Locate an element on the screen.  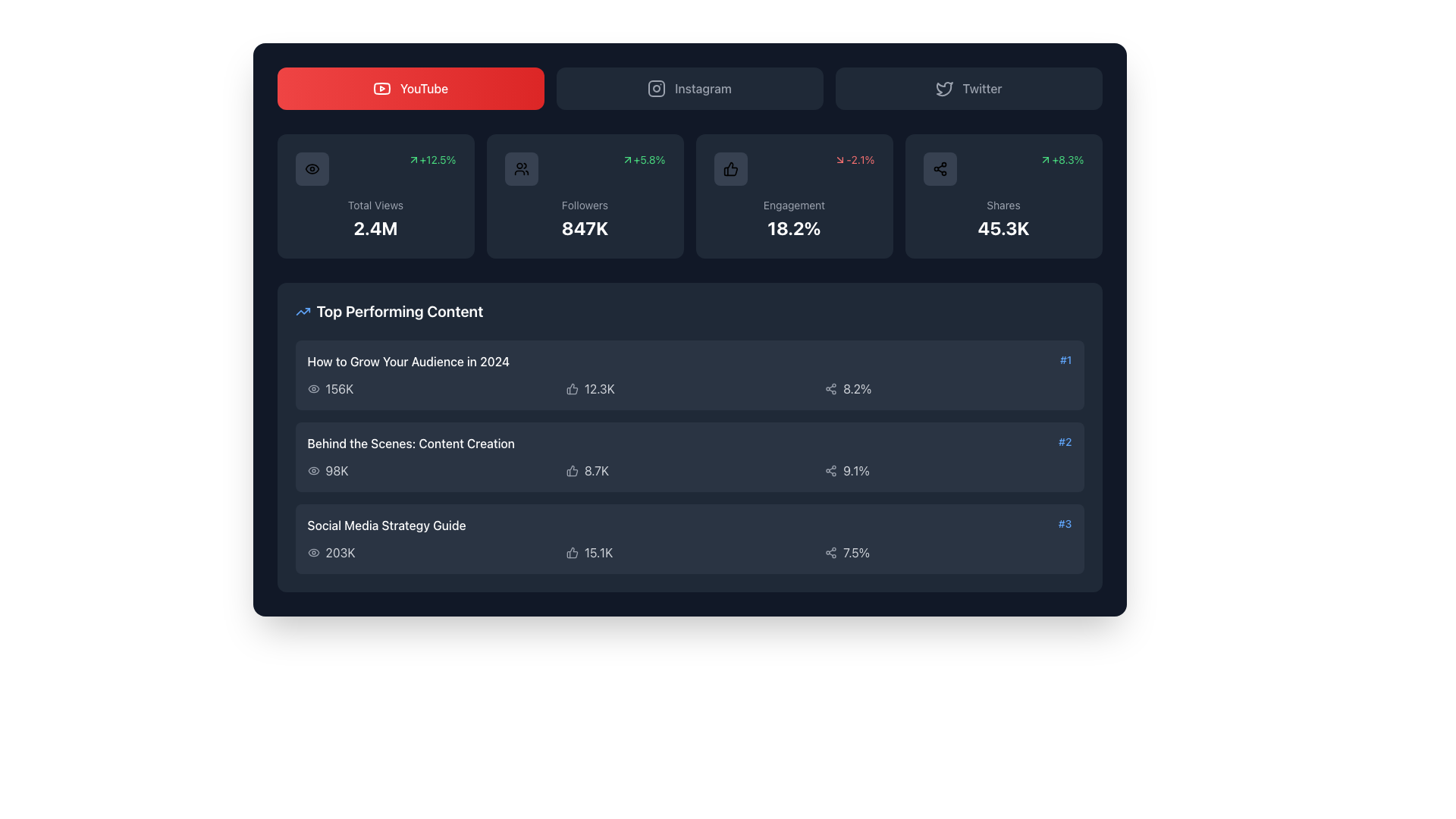
the second item in the grid layout within the card titled 'Behind the Scenes: Content Creation', which visually represents numerical metrics between '98K' and '9.1%' in the 'Top Performing Content' section is located at coordinates (689, 470).